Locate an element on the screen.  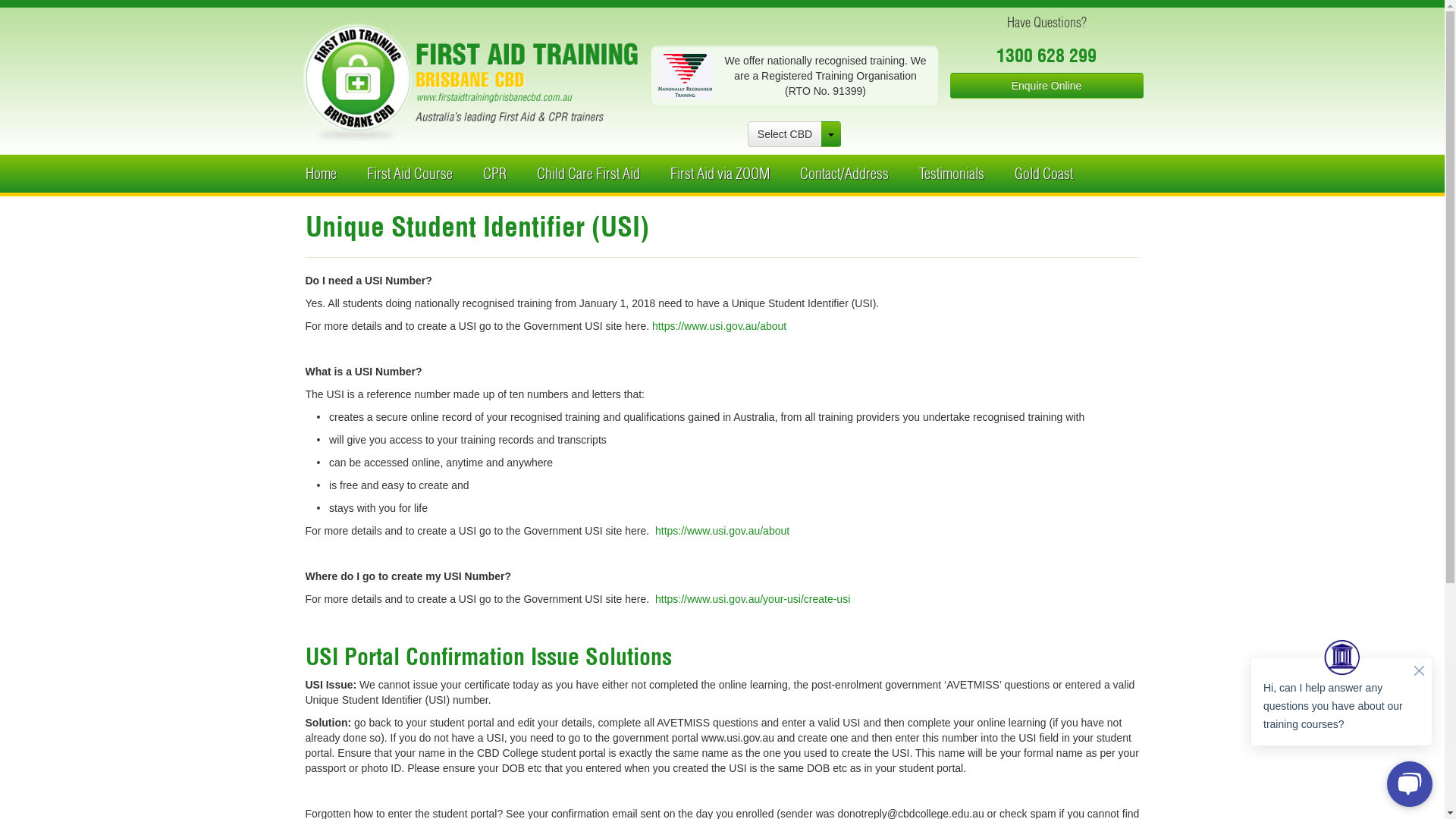
'Child Care First Aid' is located at coordinates (588, 172).